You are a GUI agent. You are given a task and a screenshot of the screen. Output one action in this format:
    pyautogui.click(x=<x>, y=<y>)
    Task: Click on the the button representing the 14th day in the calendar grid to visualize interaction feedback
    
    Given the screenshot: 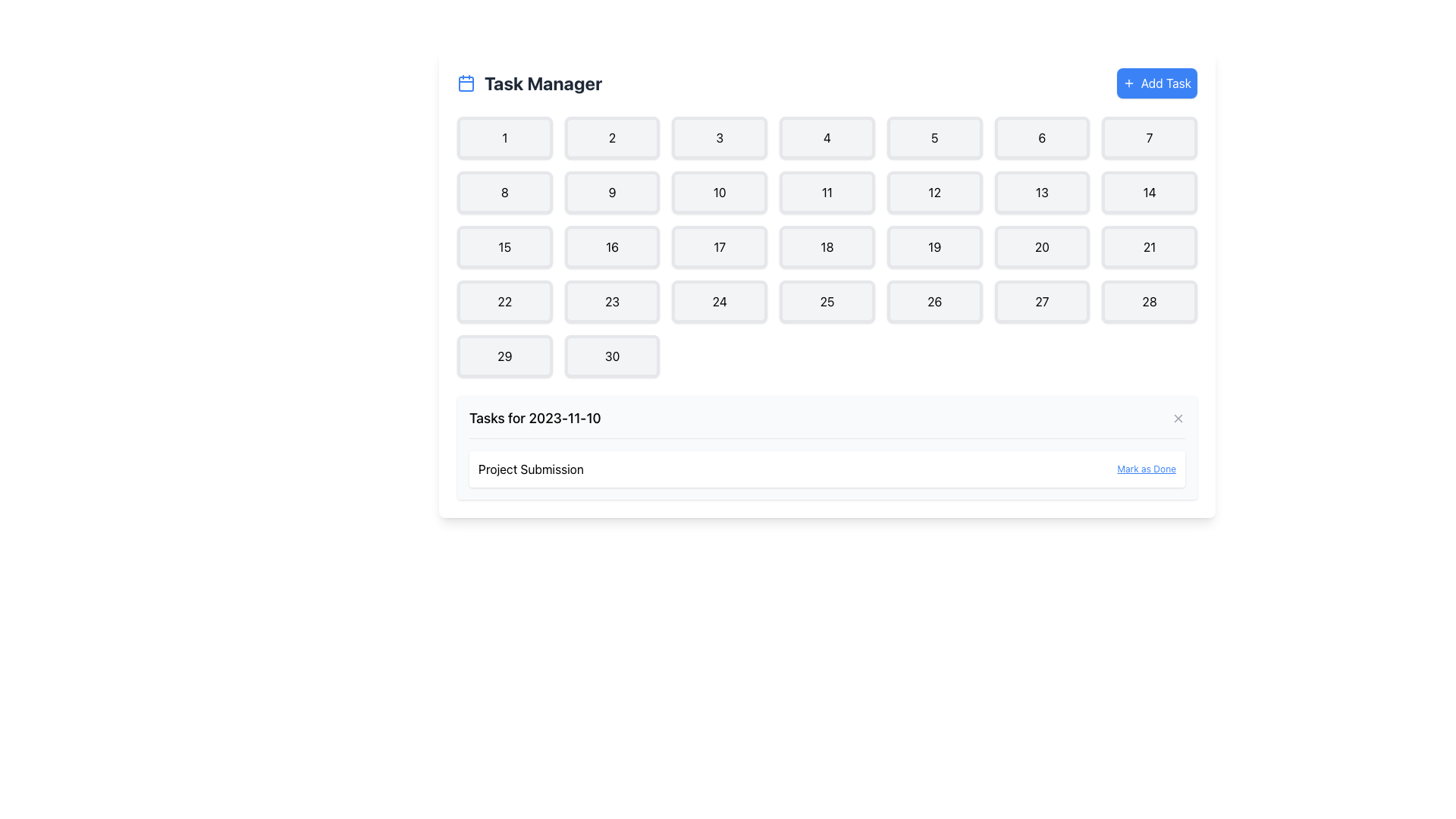 What is the action you would take?
    pyautogui.click(x=1150, y=192)
    